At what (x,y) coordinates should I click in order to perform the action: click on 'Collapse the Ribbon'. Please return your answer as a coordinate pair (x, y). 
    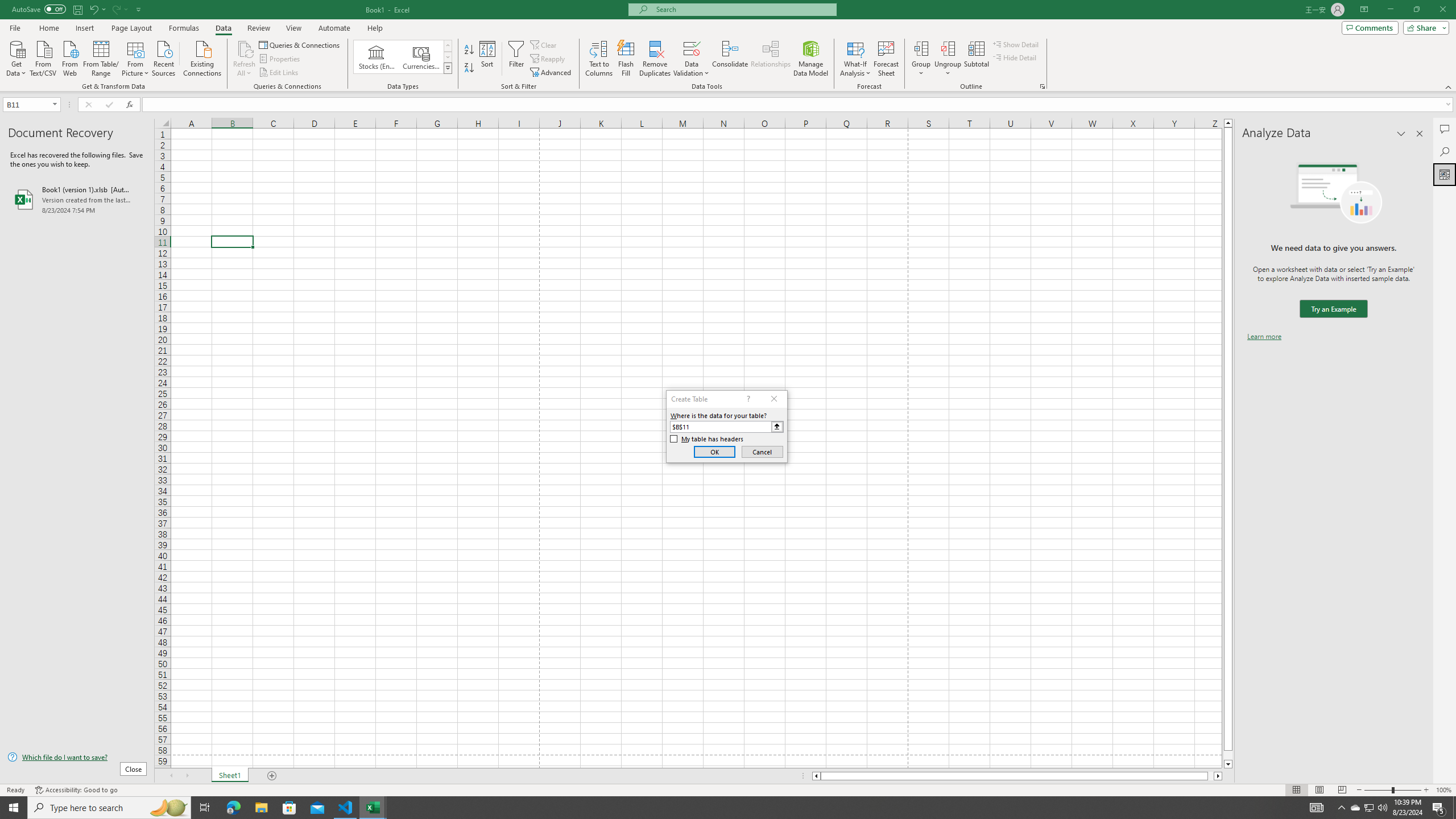
    Looking at the image, I should click on (1449, 87).